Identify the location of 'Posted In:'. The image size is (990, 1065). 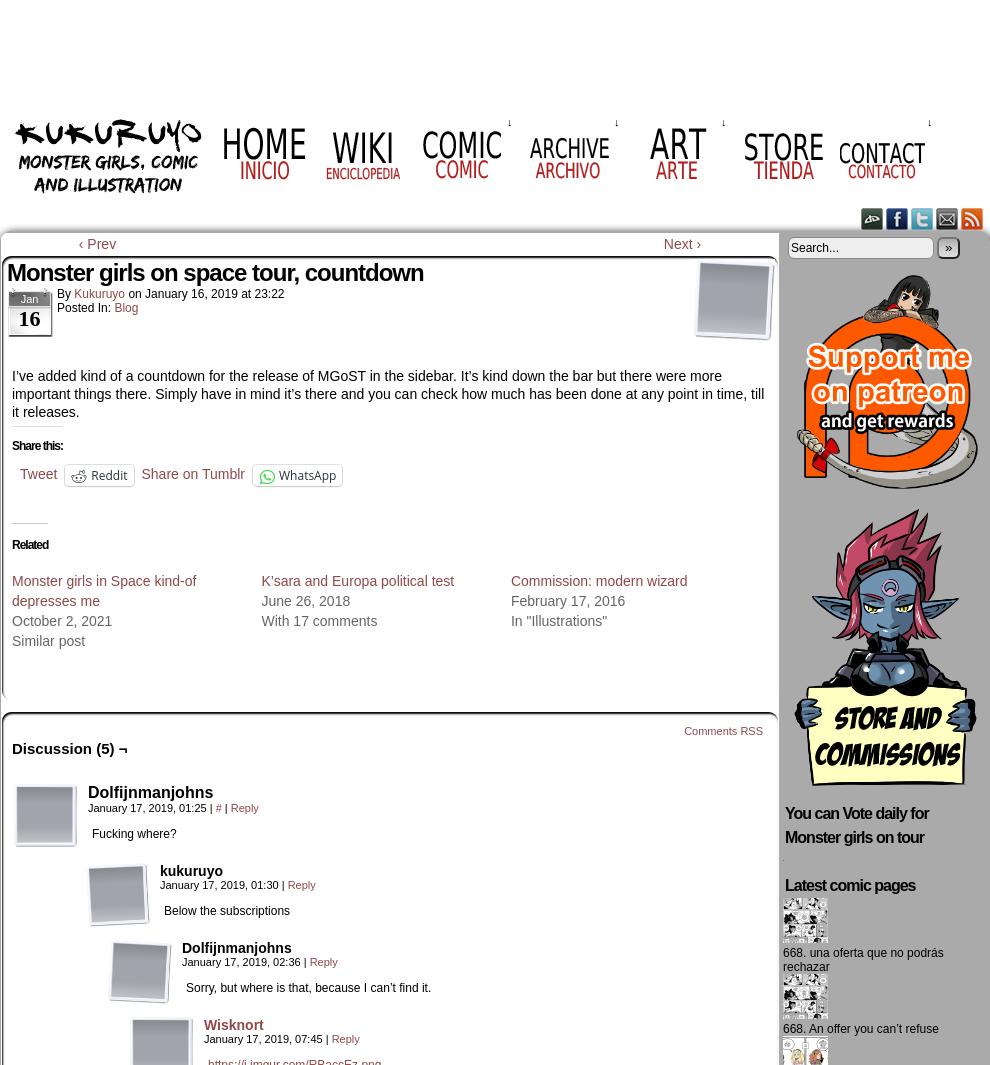
(85, 306).